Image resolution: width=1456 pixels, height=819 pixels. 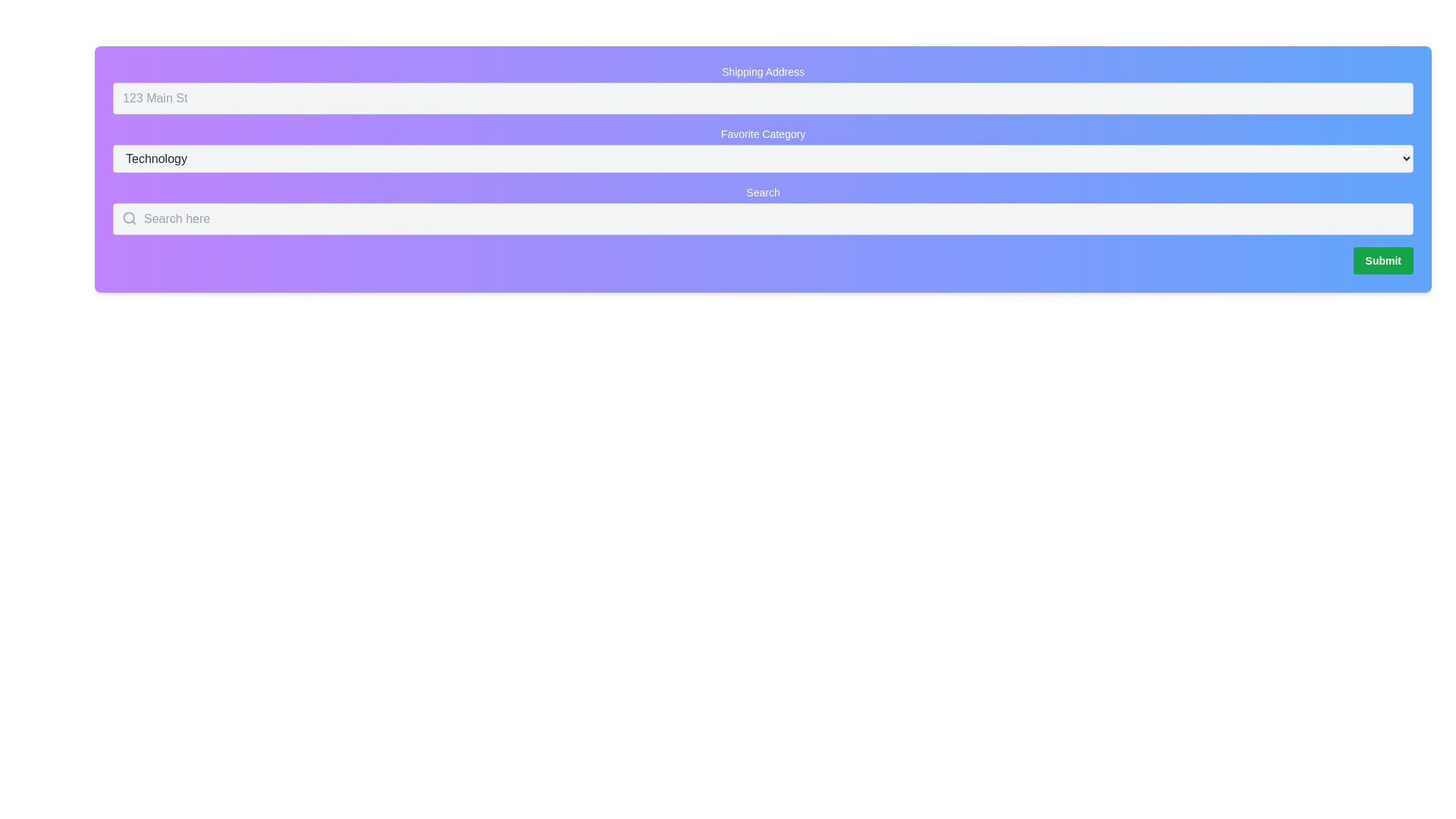 What do you see at coordinates (129, 218) in the screenshot?
I see `the circular graphical element that represents the lens in the magnifying glass icon located in the search bar at the bottom of the form` at bounding box center [129, 218].